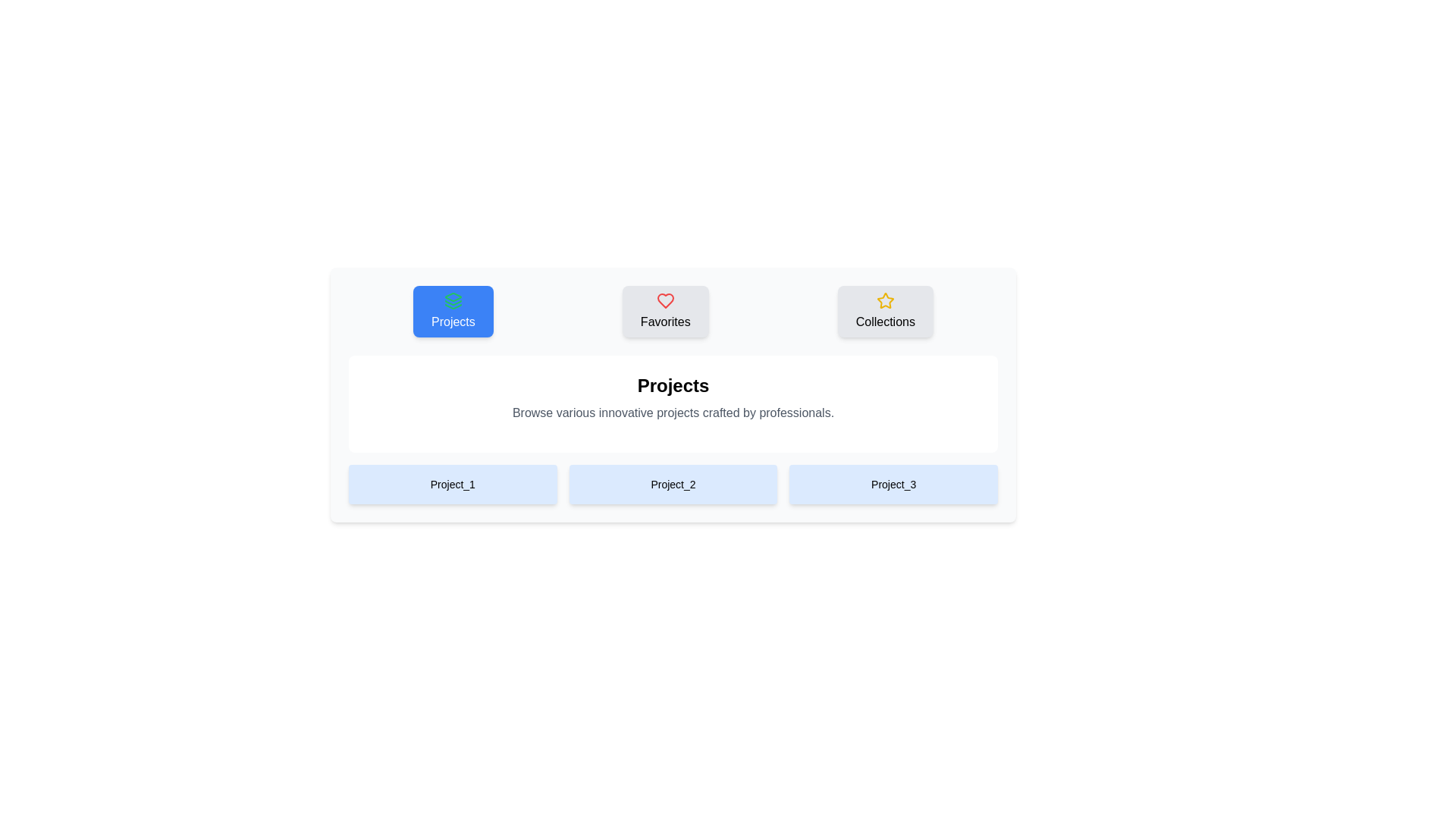 The width and height of the screenshot is (1456, 819). I want to click on the Project_3 Image to observe the visual effect, so click(893, 485).